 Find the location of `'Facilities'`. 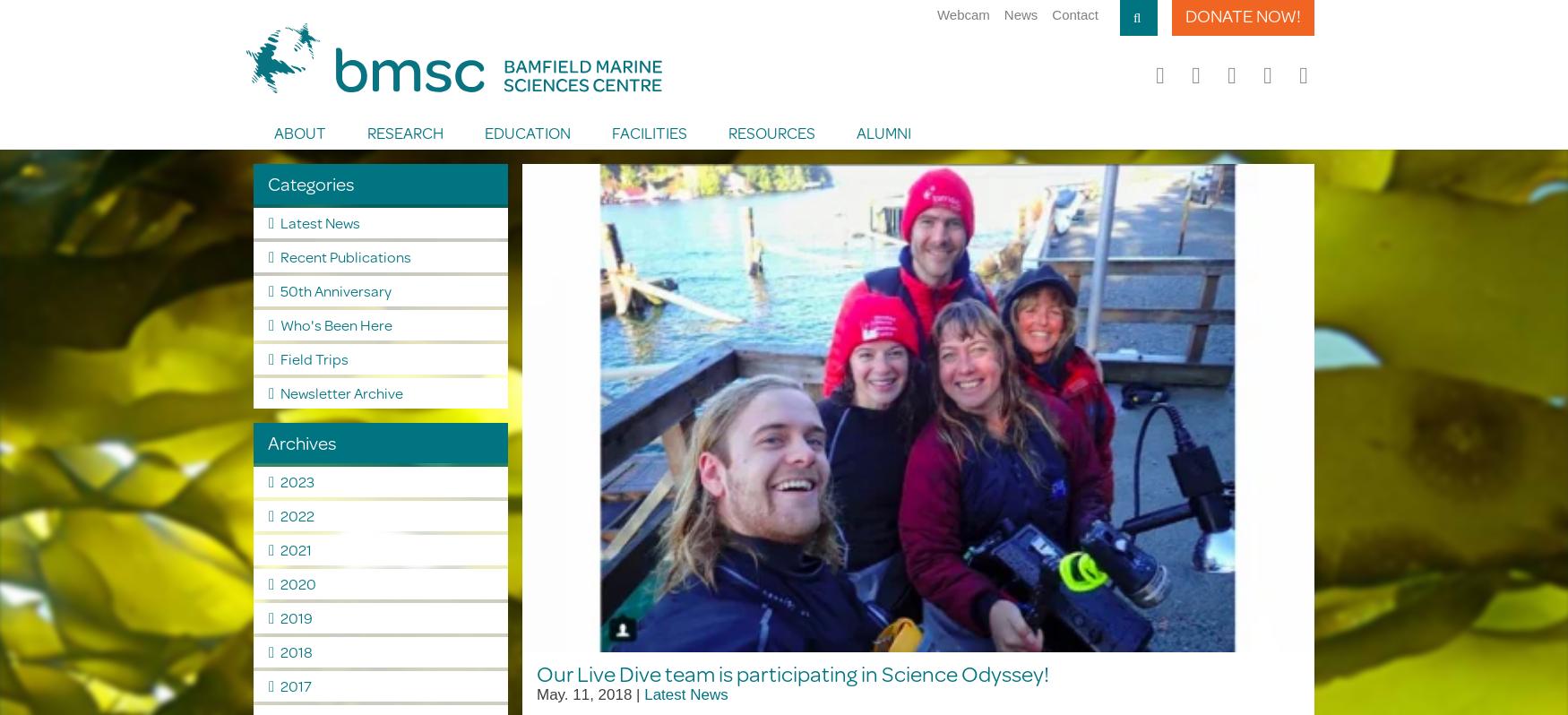

'Facilities' is located at coordinates (609, 131).